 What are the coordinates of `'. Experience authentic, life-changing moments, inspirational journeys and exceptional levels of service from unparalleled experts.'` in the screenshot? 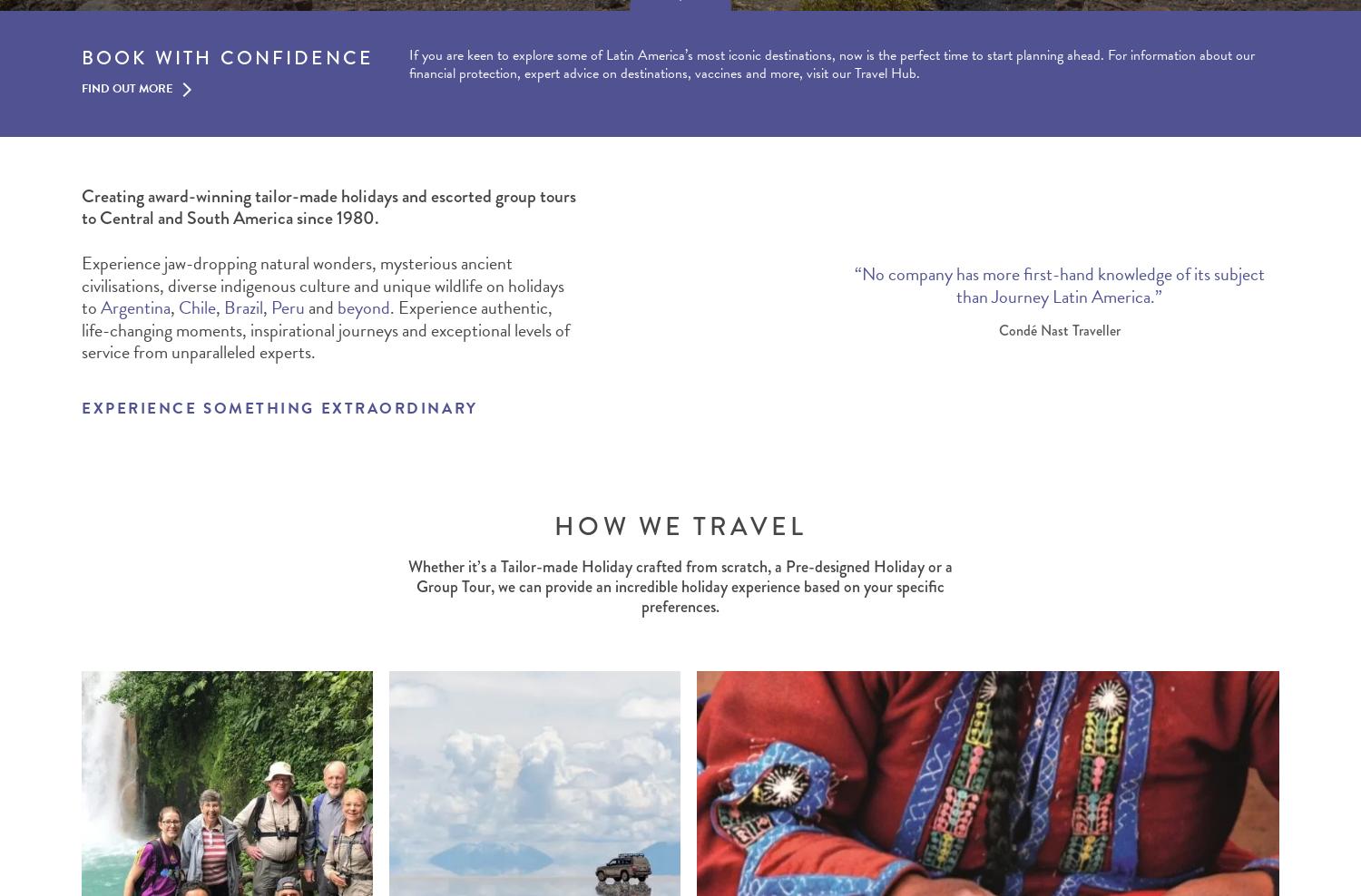 It's located at (81, 329).